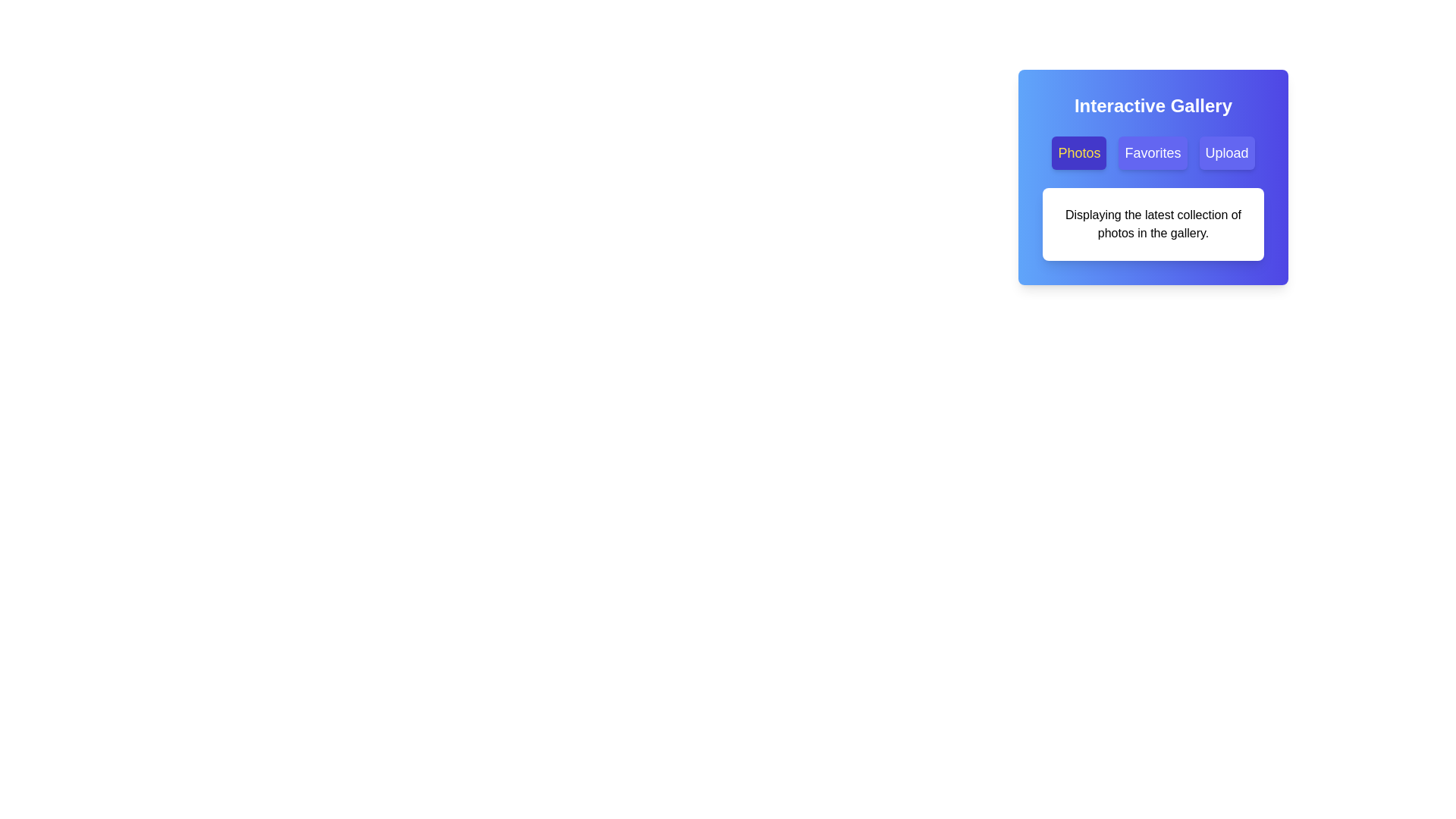  I want to click on the 'Upload' button located, so click(1226, 152).